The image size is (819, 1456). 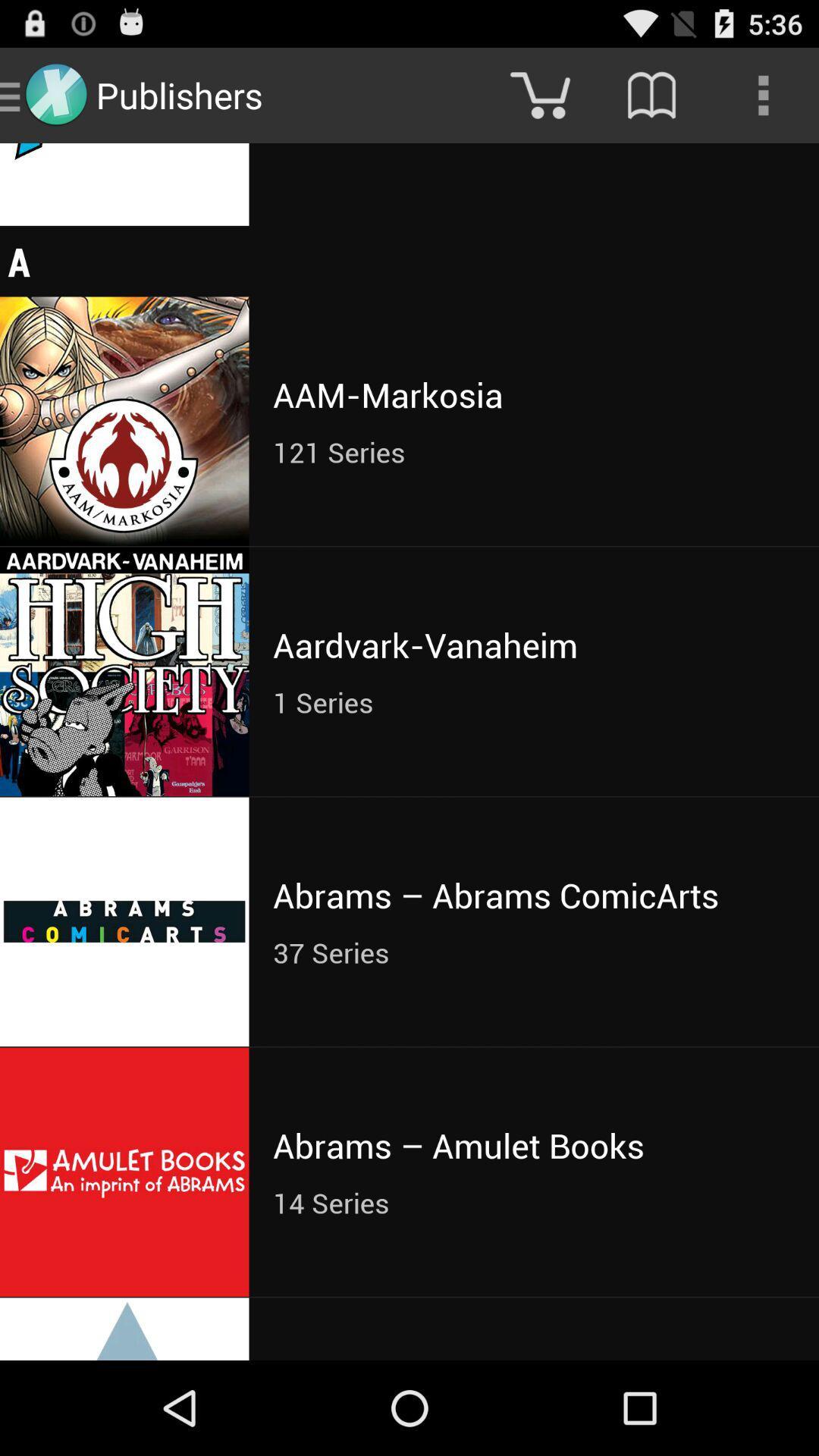 I want to click on icon above the 14 series icon, so click(x=533, y=1145).